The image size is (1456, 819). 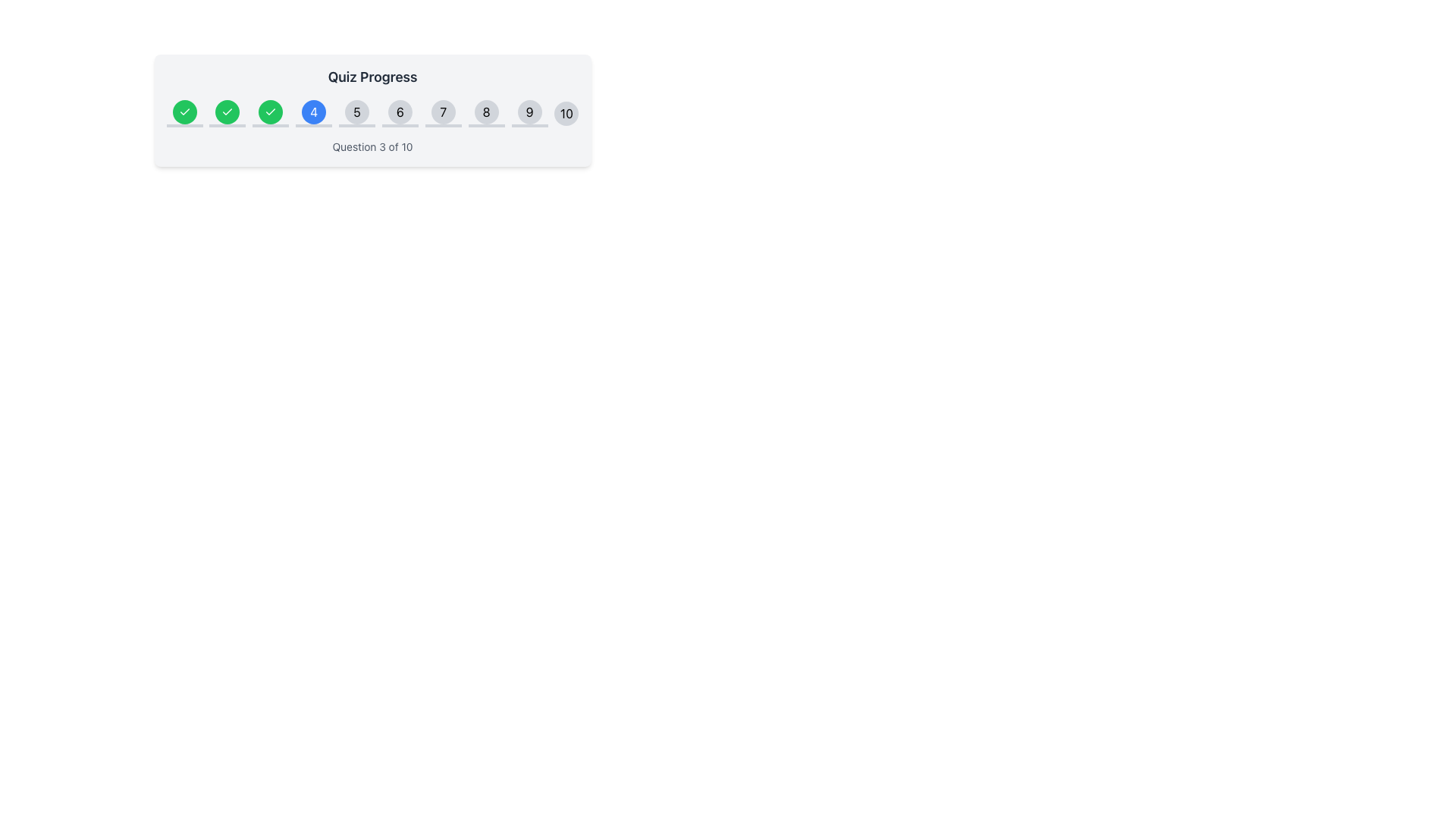 What do you see at coordinates (184, 111) in the screenshot?
I see `the green circular checkmark icon located at the top-left area of the quiz progress bar` at bounding box center [184, 111].